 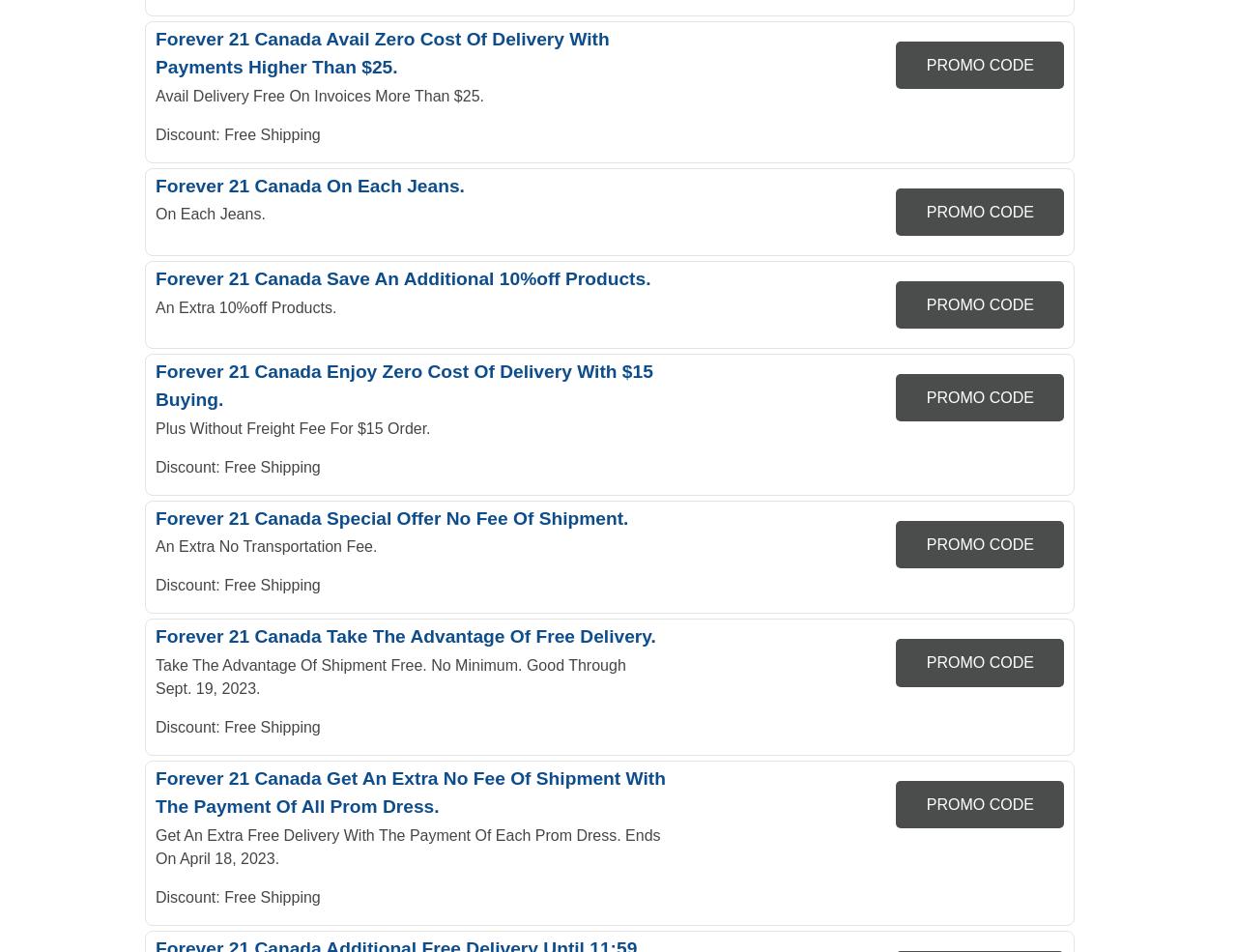 I want to click on 'Forever 21 Canada On Each Jeans.', so click(x=156, y=185).